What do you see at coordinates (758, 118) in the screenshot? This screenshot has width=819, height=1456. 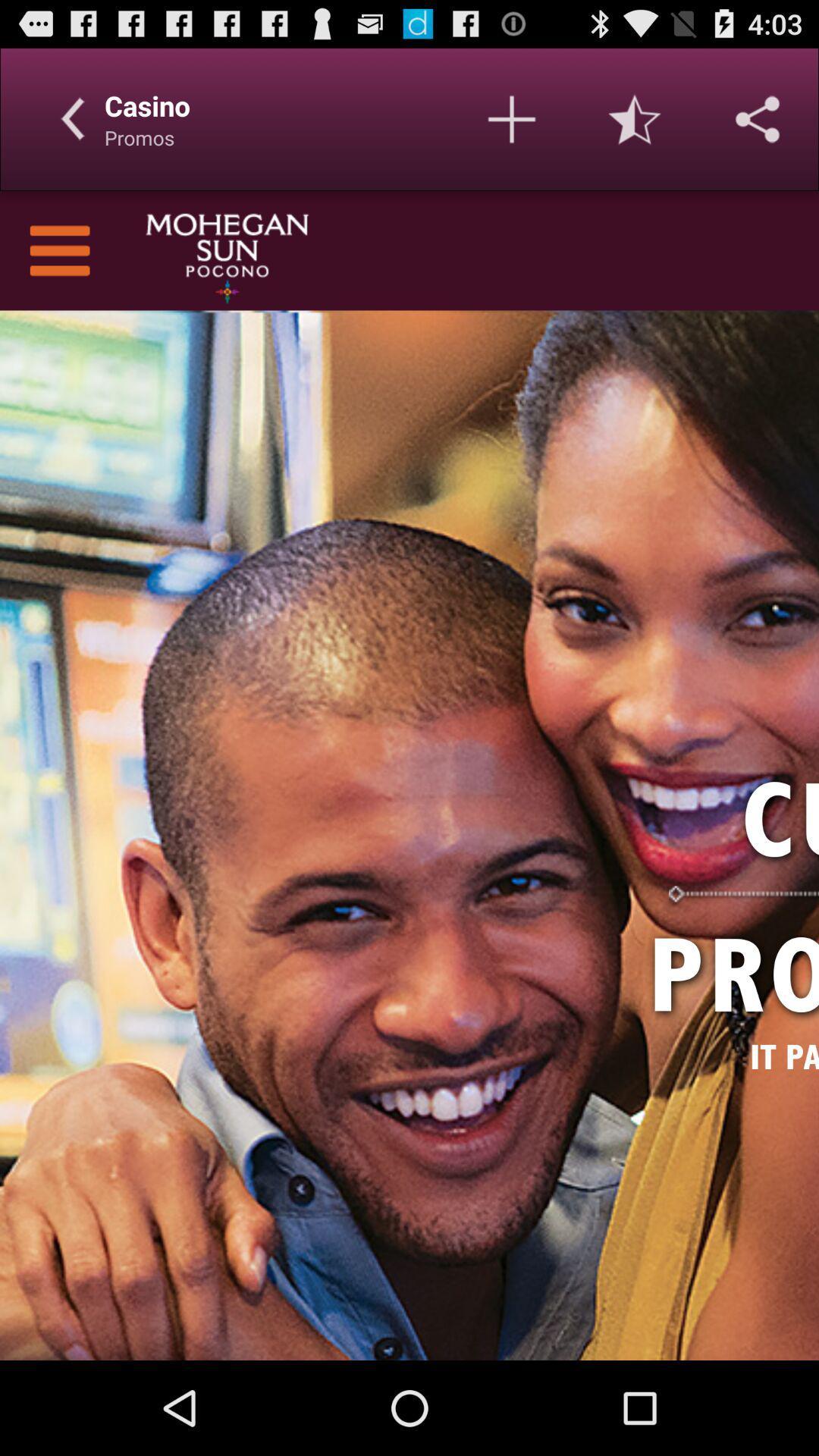 I see `share the article` at bounding box center [758, 118].